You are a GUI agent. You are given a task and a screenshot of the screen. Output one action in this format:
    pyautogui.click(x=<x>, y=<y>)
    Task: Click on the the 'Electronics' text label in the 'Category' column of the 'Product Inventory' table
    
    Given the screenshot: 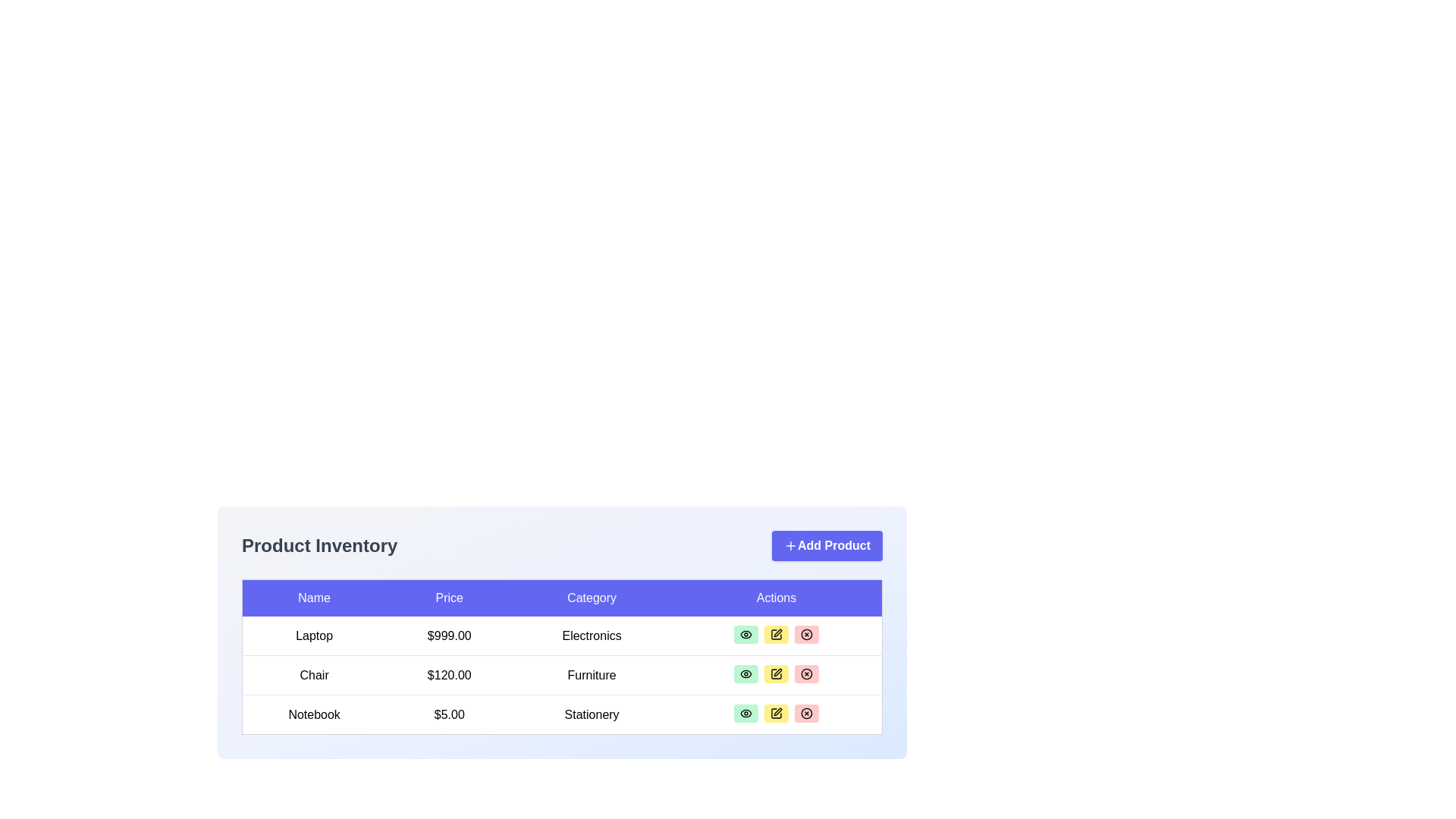 What is the action you would take?
    pyautogui.click(x=591, y=635)
    